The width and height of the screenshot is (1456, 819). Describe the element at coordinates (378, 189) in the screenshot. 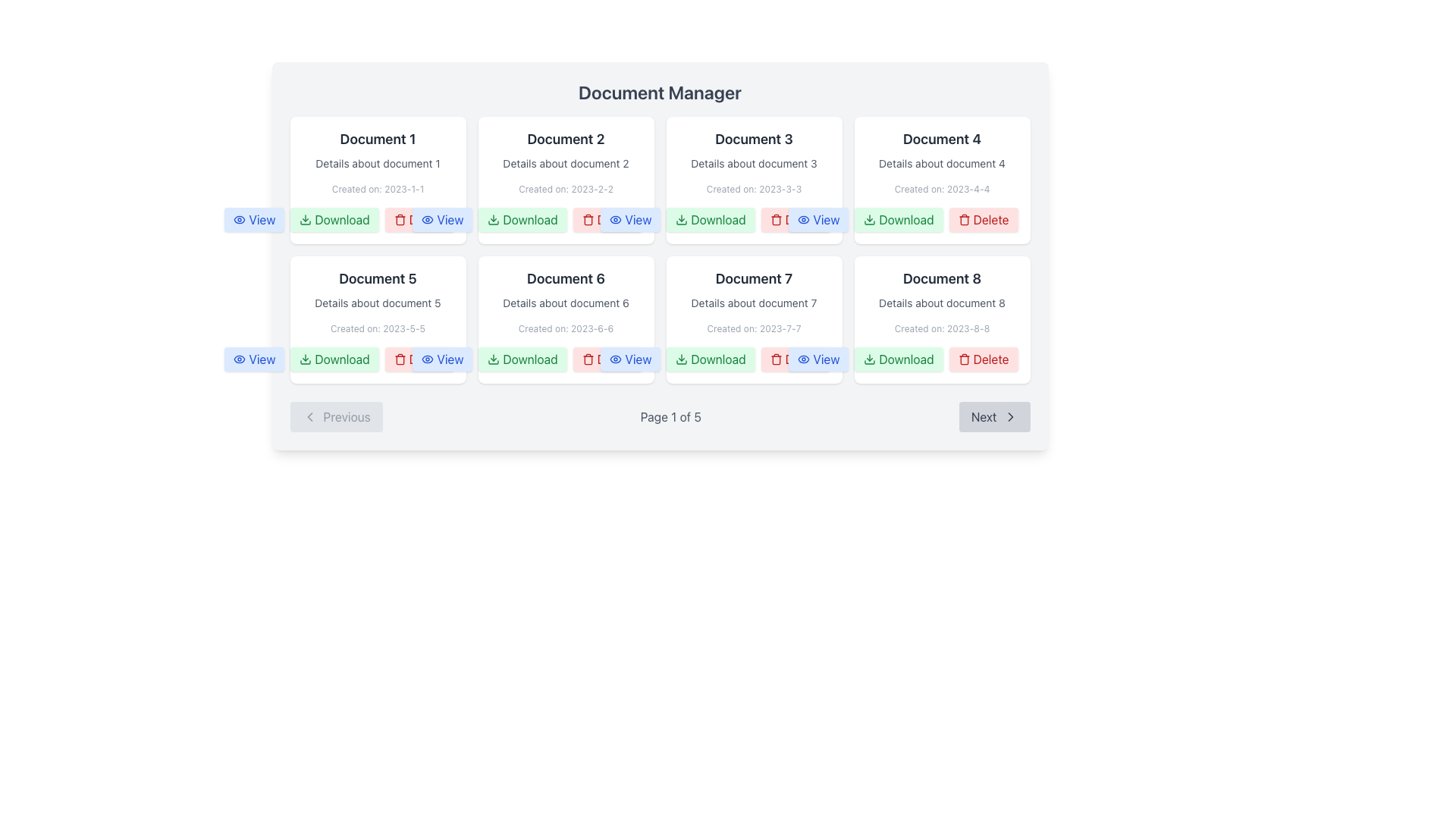

I see `the text label that provides metadata about the creation date of 'Document 1', located in the first card of the grid layout under 'Document 1' and 'Details about document 1'` at that location.